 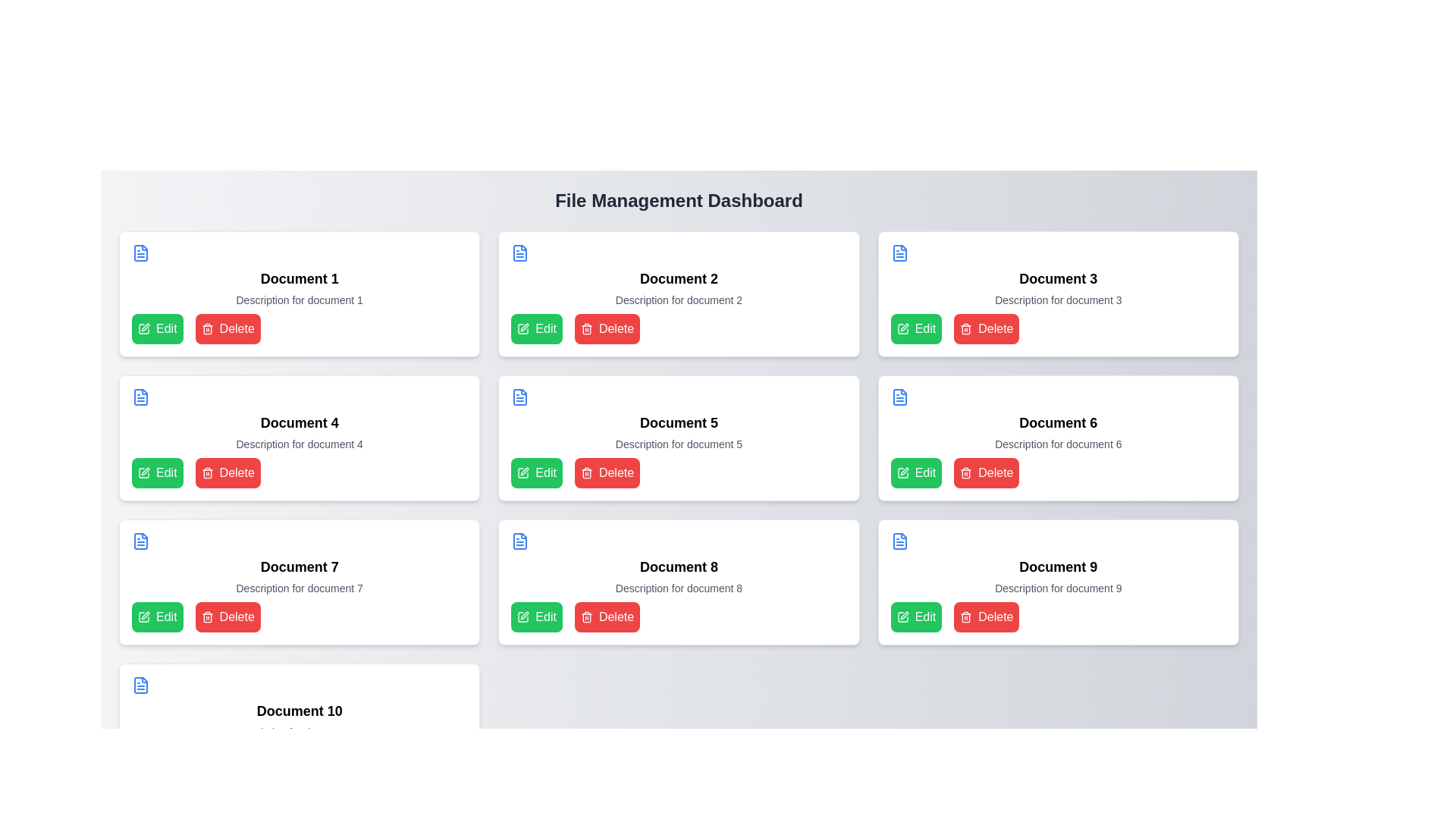 What do you see at coordinates (585, 472) in the screenshot?
I see `the delete icon located within the document entry card for 'Document 5'` at bounding box center [585, 472].